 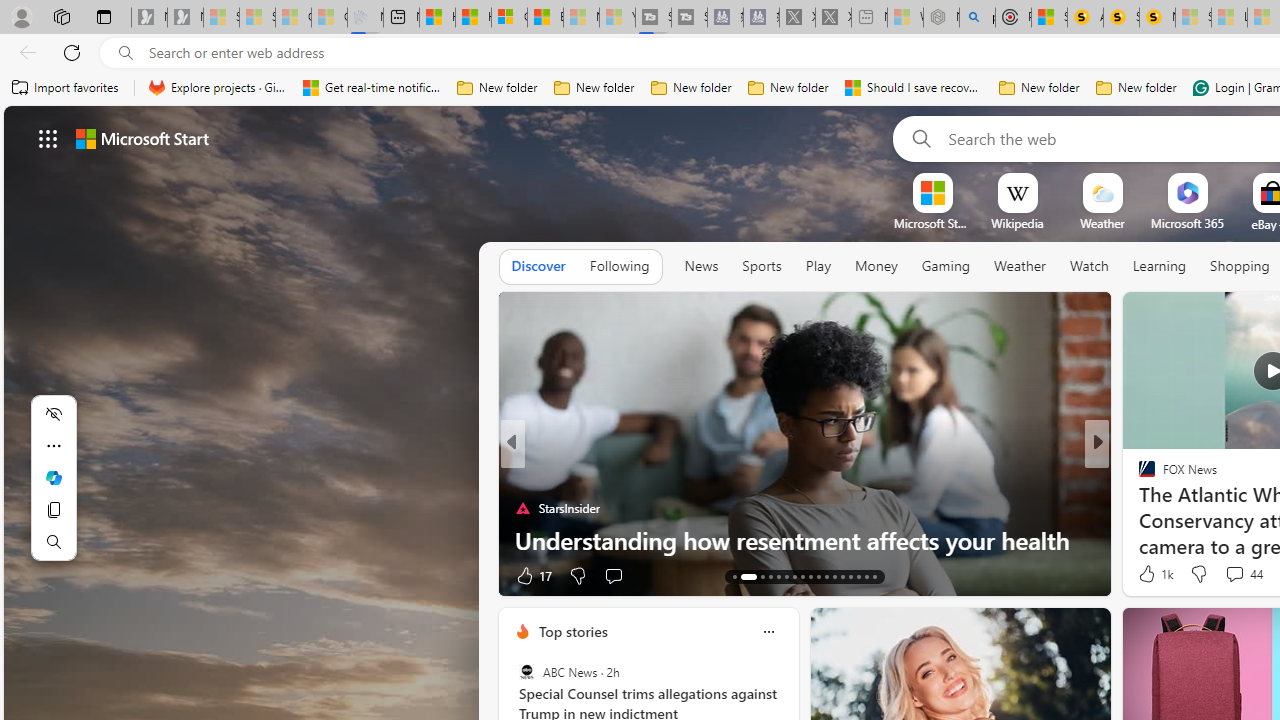 What do you see at coordinates (1138, 475) in the screenshot?
I see `'Woman'` at bounding box center [1138, 475].